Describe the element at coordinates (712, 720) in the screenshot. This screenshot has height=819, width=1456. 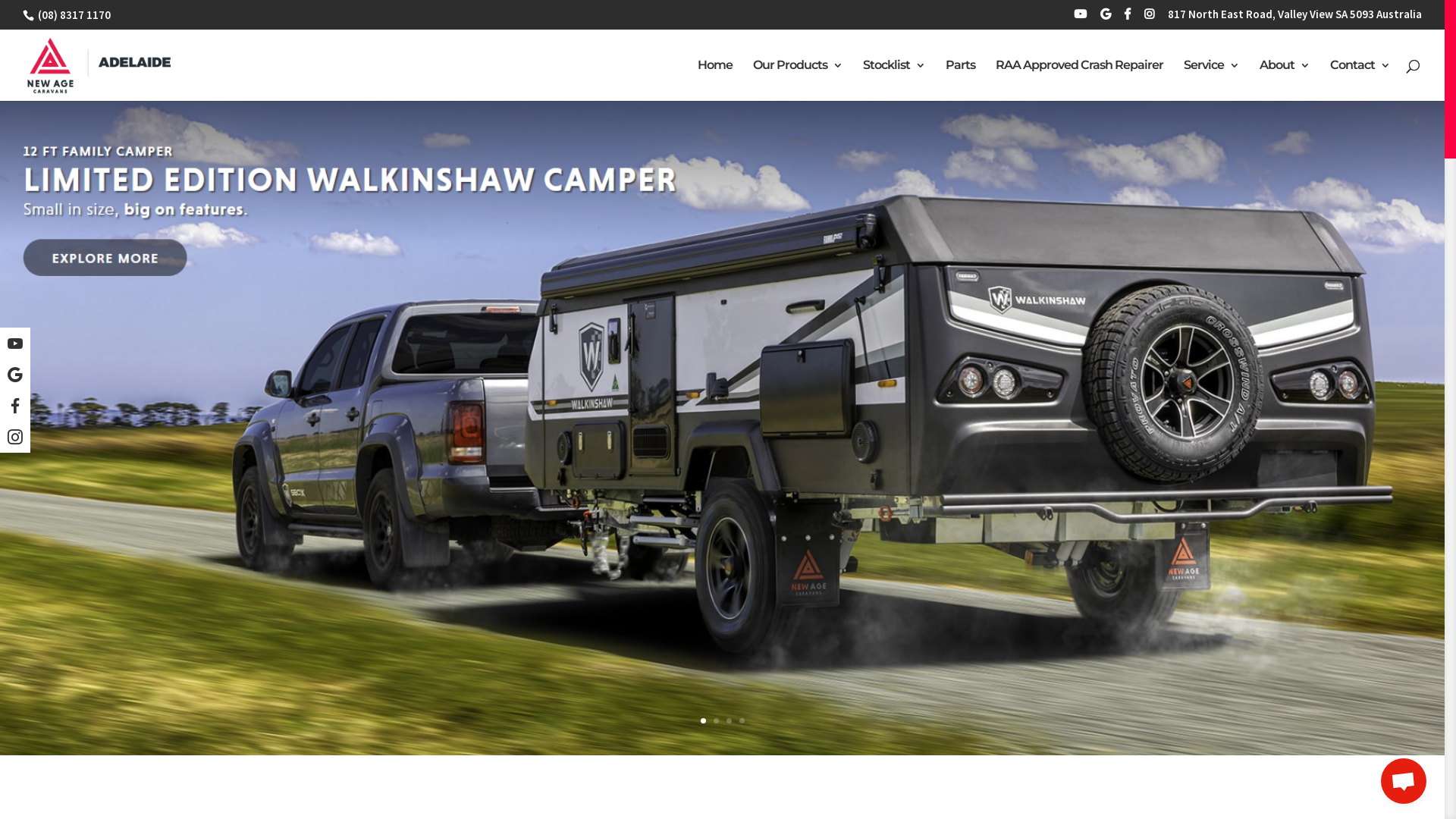
I see `'2'` at that location.